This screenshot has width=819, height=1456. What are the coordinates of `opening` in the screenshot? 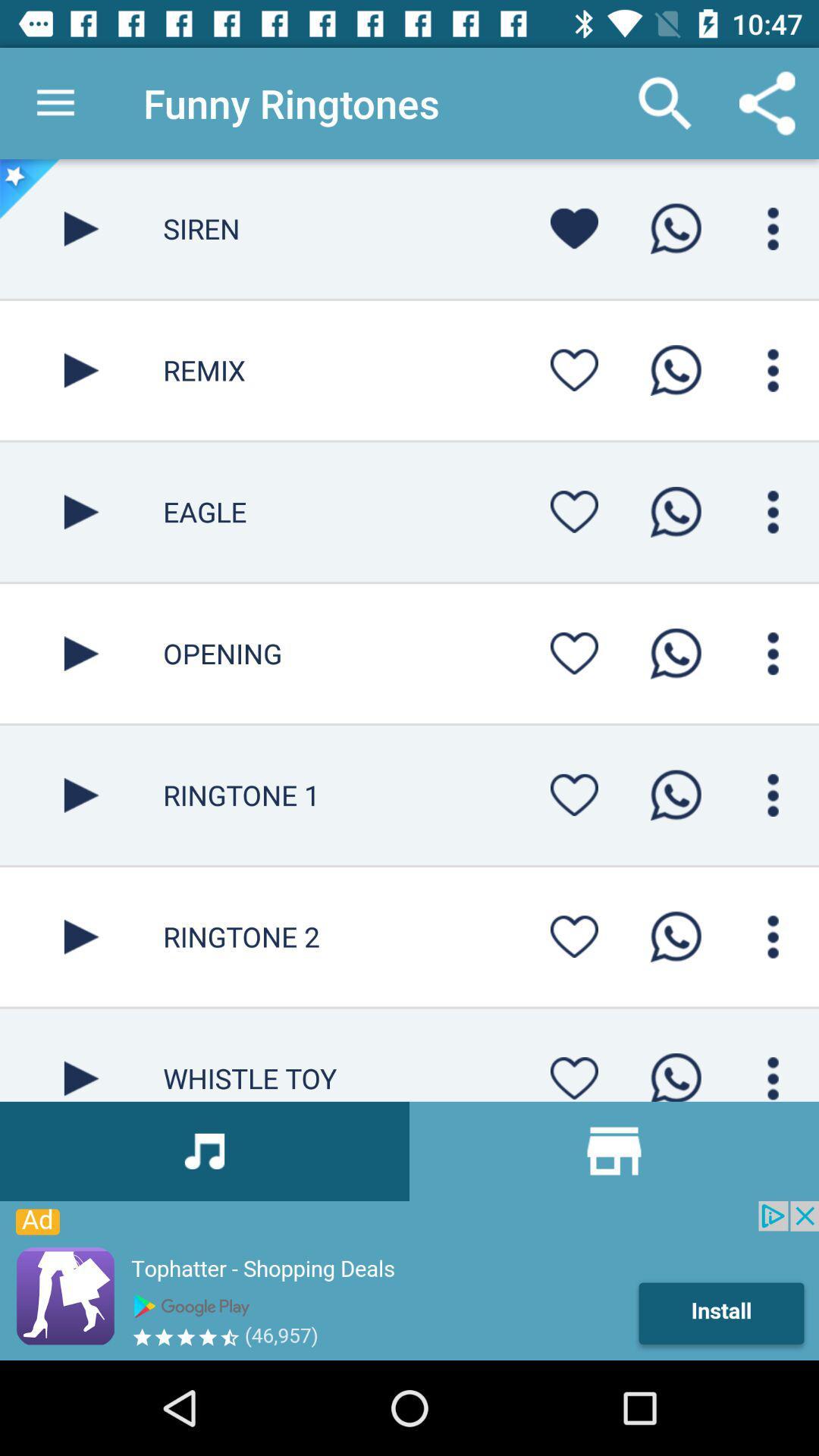 It's located at (675, 654).